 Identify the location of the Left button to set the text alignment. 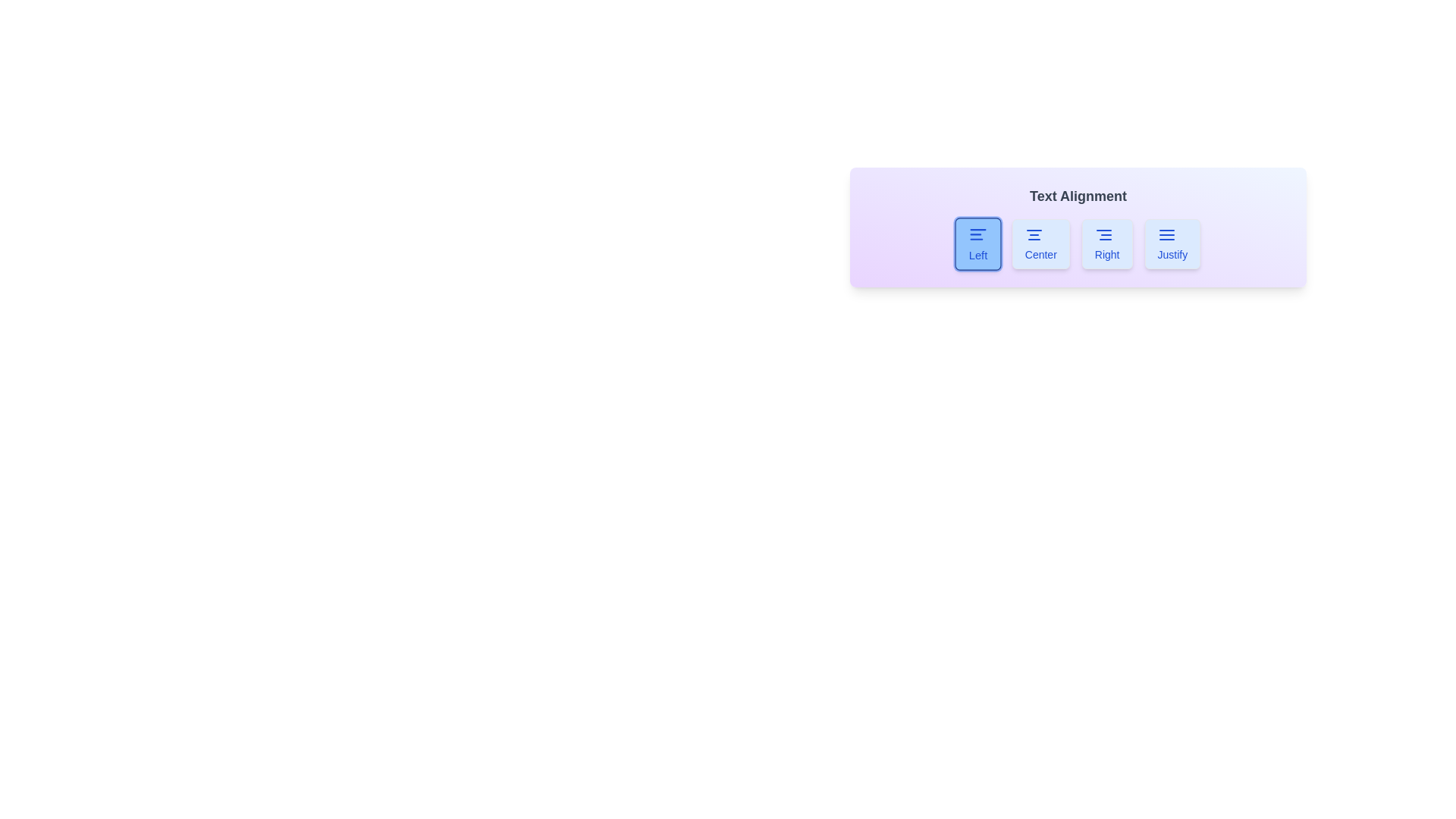
(977, 243).